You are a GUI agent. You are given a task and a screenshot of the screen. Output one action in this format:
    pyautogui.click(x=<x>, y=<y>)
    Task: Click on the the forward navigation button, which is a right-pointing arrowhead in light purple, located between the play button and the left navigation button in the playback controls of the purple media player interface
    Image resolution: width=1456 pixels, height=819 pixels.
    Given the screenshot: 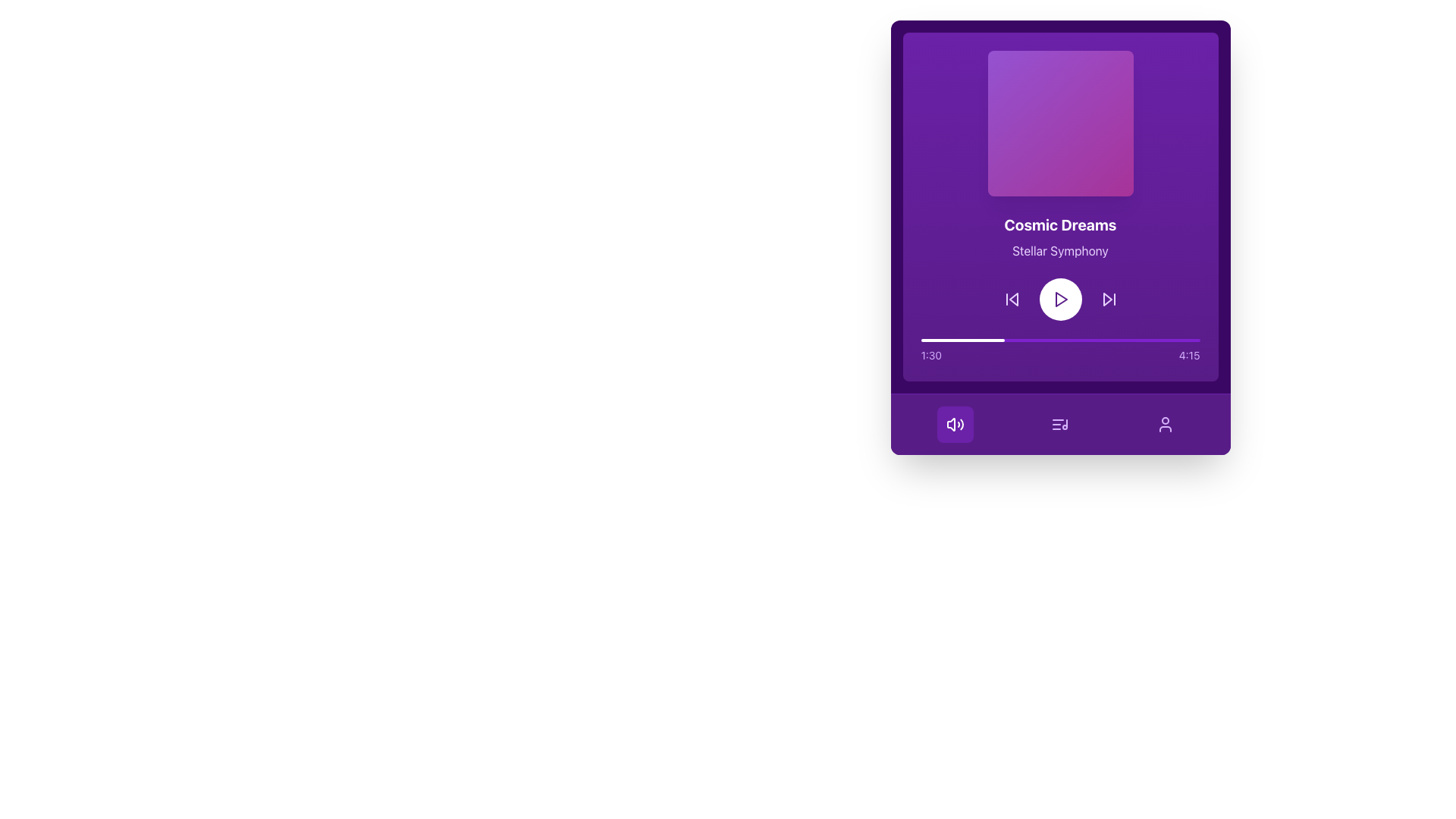 What is the action you would take?
    pyautogui.click(x=1109, y=299)
    